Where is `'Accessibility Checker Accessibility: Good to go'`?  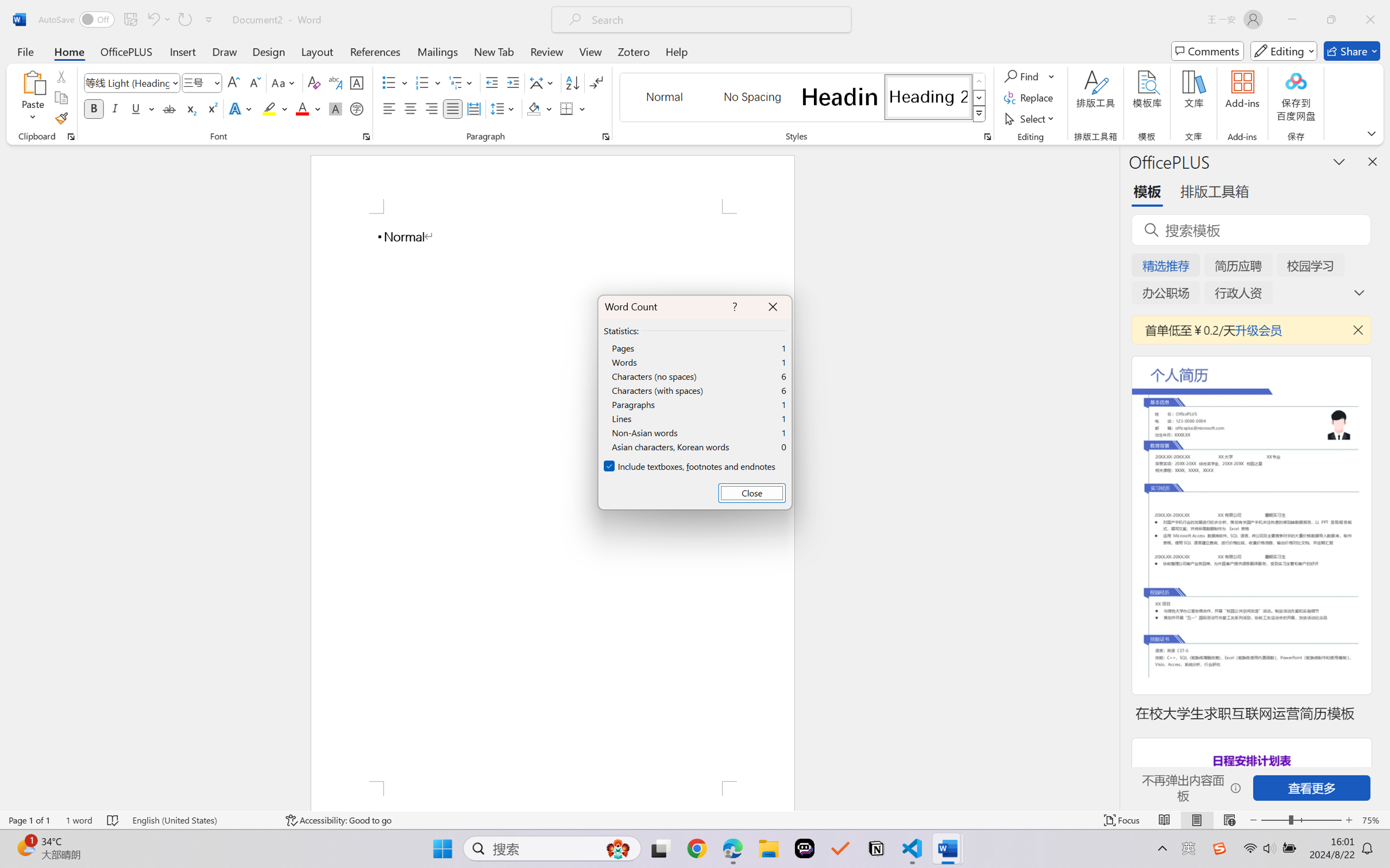 'Accessibility Checker Accessibility: Good to go' is located at coordinates (338, 820).